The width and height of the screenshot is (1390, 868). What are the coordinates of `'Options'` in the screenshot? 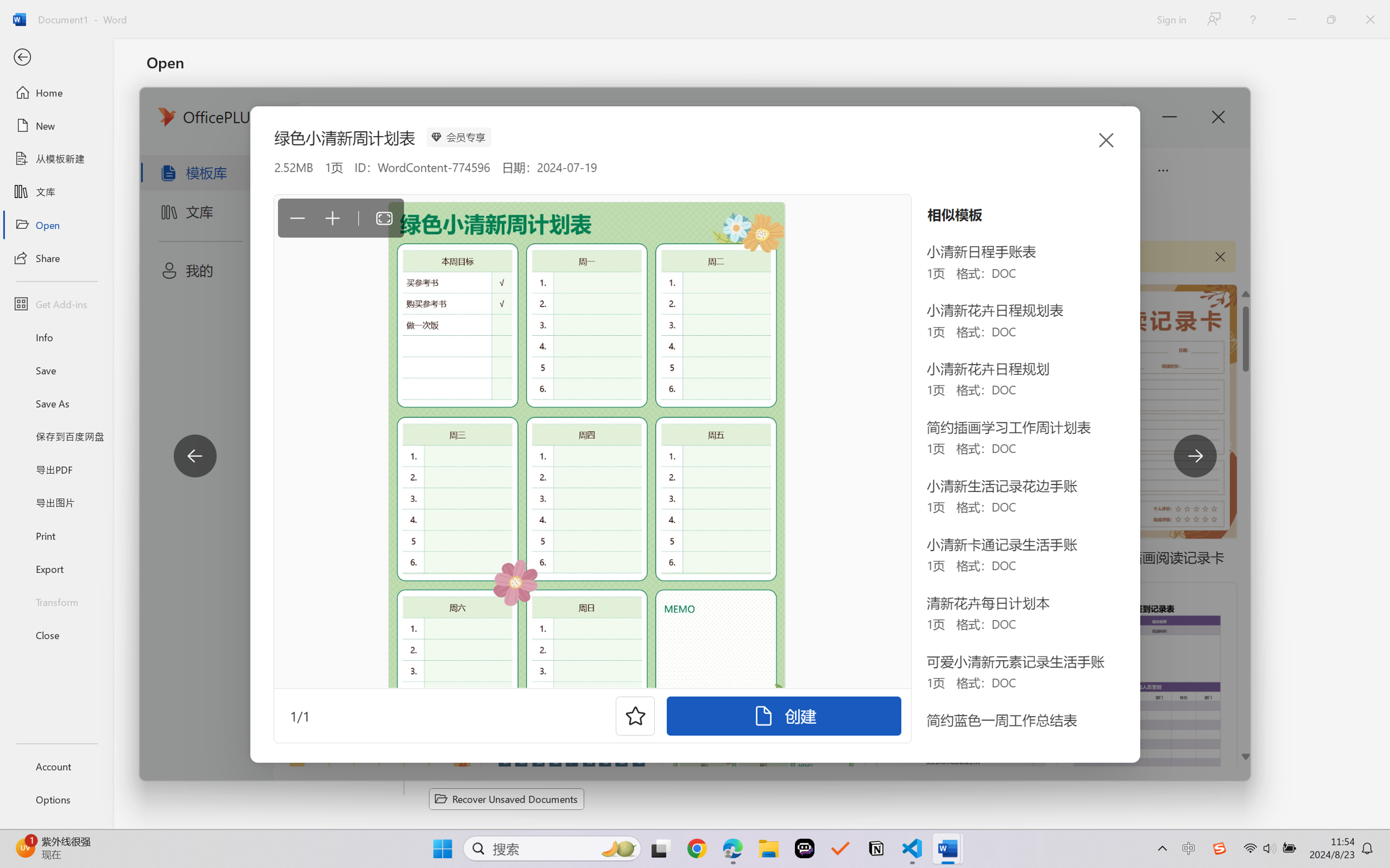 It's located at (56, 799).